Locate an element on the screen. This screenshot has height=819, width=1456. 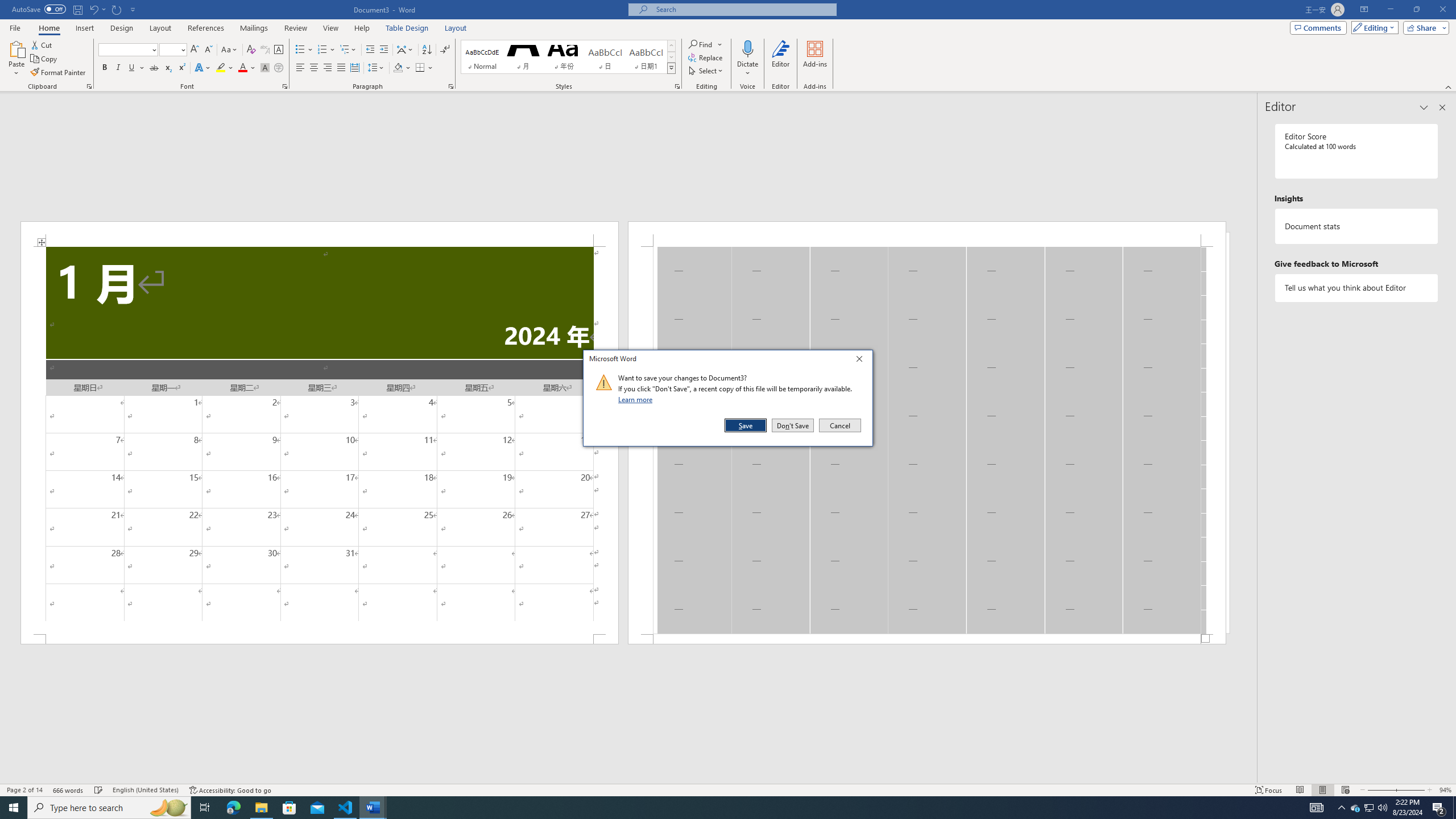
'Numbering' is located at coordinates (322, 49).